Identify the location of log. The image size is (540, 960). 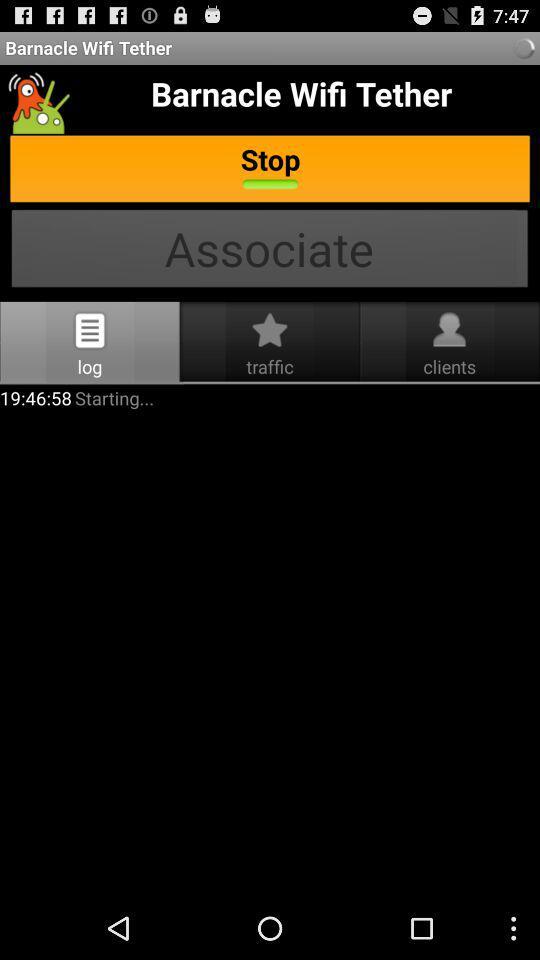
(89, 330).